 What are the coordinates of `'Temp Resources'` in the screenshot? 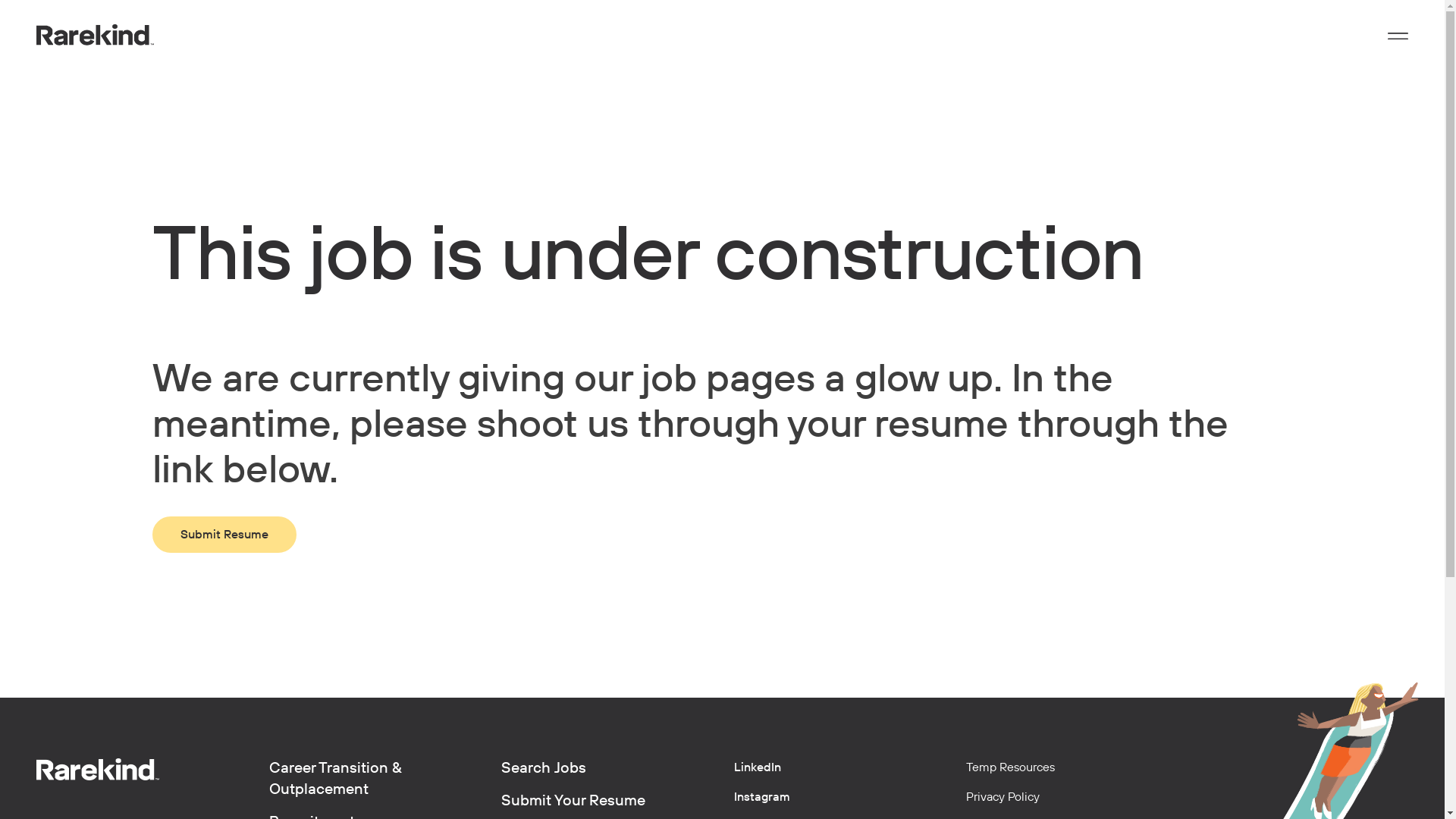 It's located at (1010, 767).